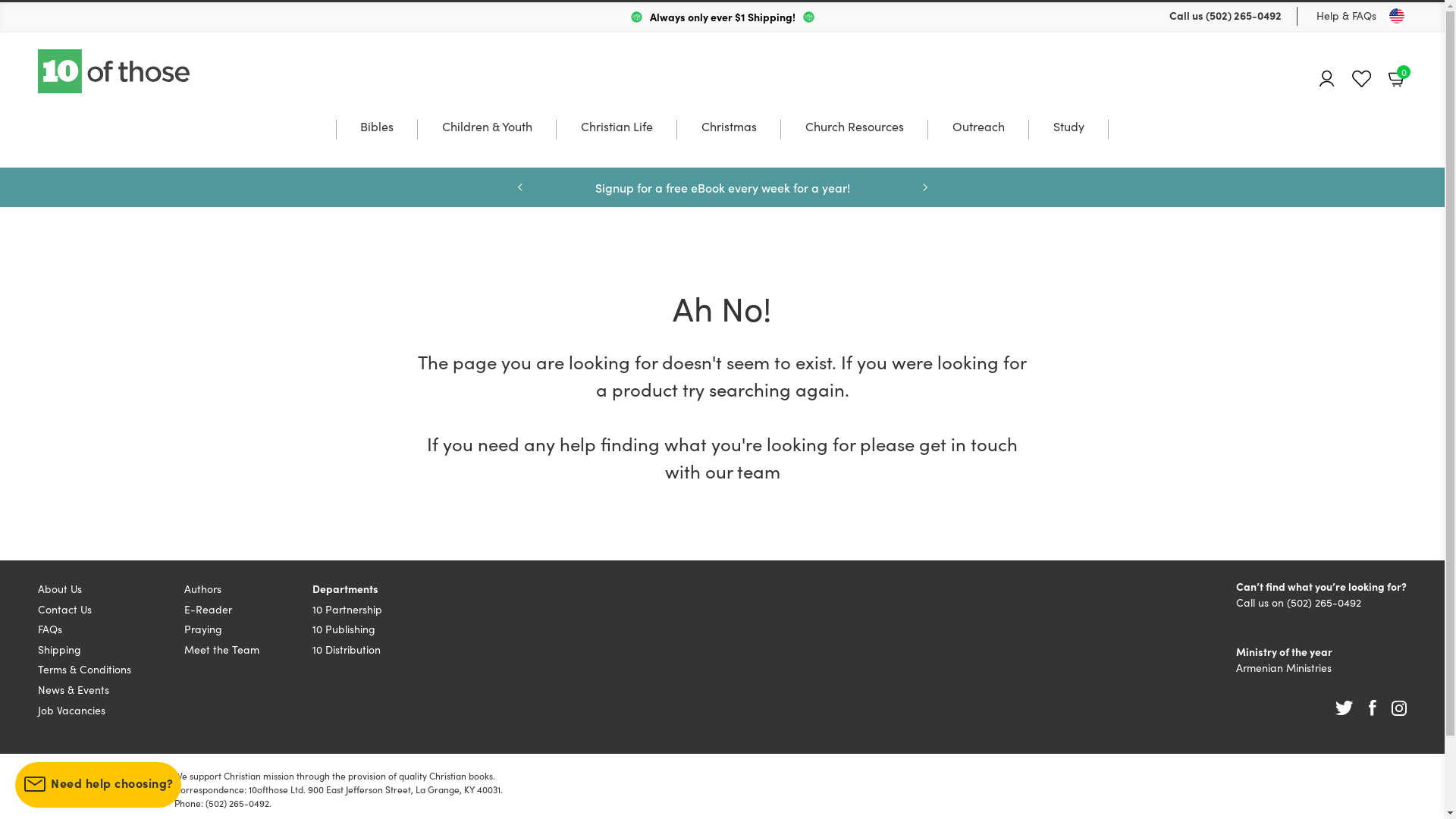 The height and width of the screenshot is (819, 1456). What do you see at coordinates (1068, 140) in the screenshot?
I see `'Study'` at bounding box center [1068, 140].